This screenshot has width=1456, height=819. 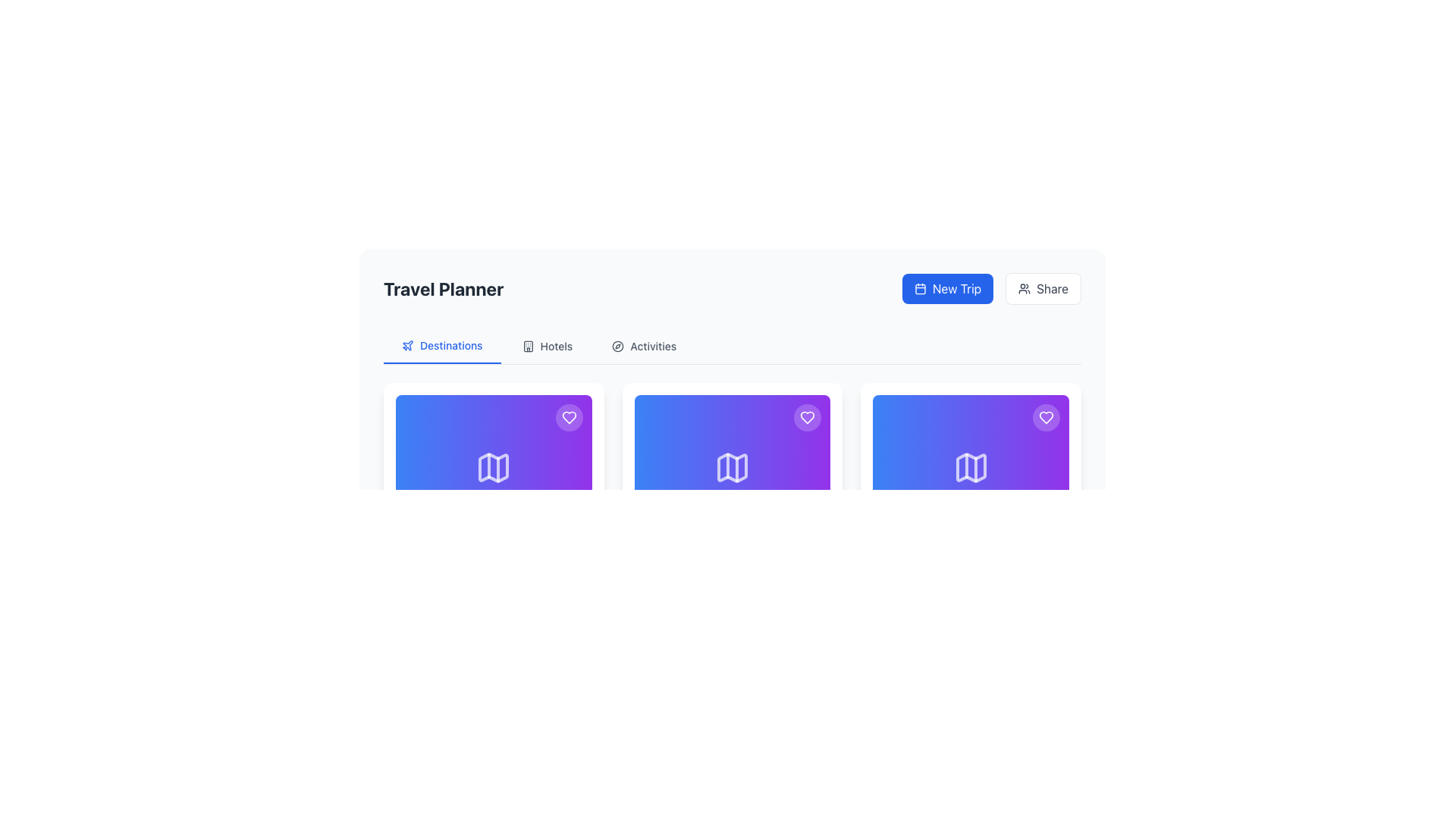 I want to click on the map-like icon, which is styled in white with a semi-transparent overlay against a gradient purple and blue background, located, so click(x=971, y=467).